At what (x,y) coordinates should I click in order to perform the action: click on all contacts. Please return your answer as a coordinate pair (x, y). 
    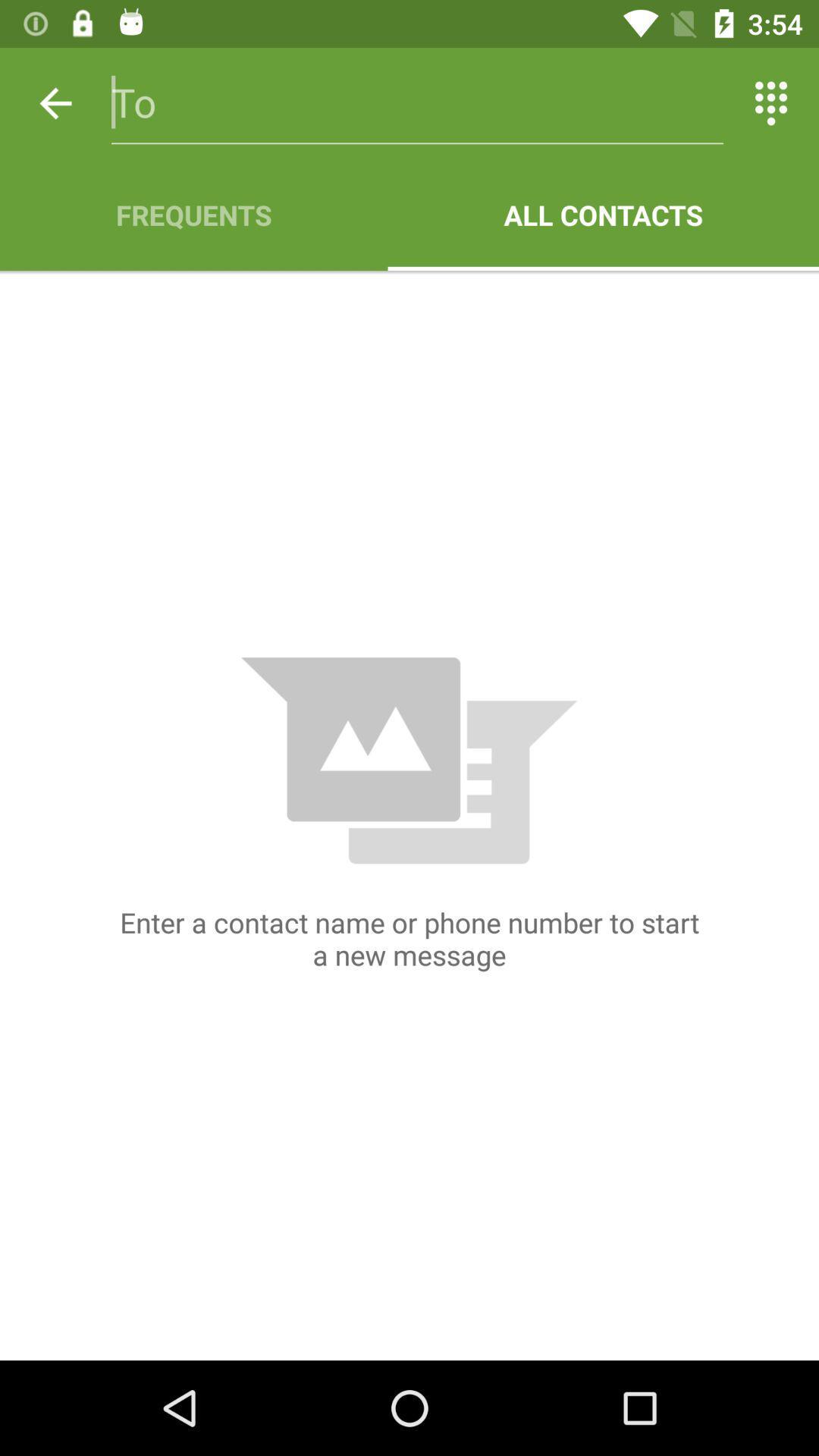
    Looking at the image, I should click on (602, 214).